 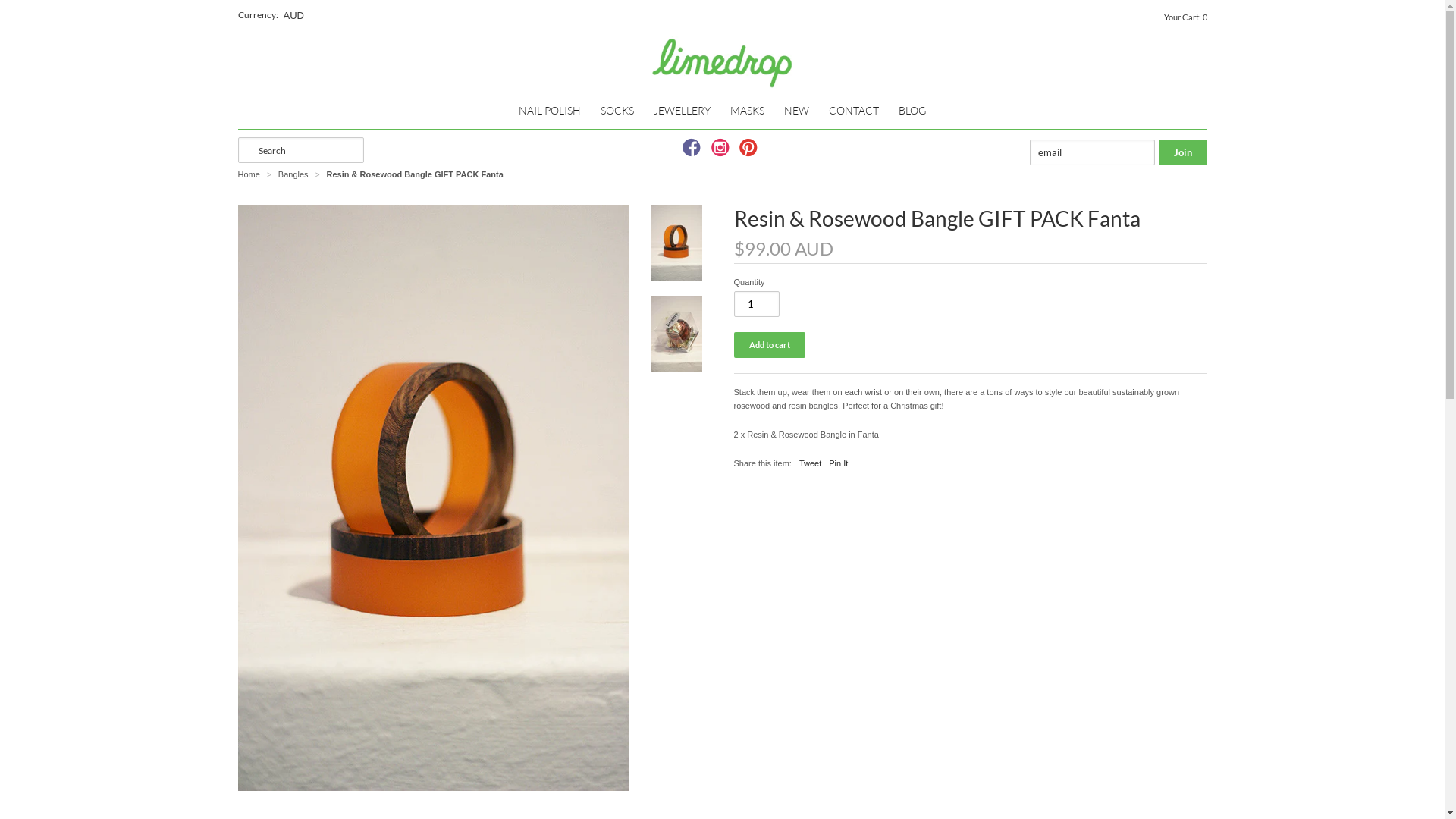 What do you see at coordinates (682, 152) in the screenshot?
I see `'Follow us on Facebook'` at bounding box center [682, 152].